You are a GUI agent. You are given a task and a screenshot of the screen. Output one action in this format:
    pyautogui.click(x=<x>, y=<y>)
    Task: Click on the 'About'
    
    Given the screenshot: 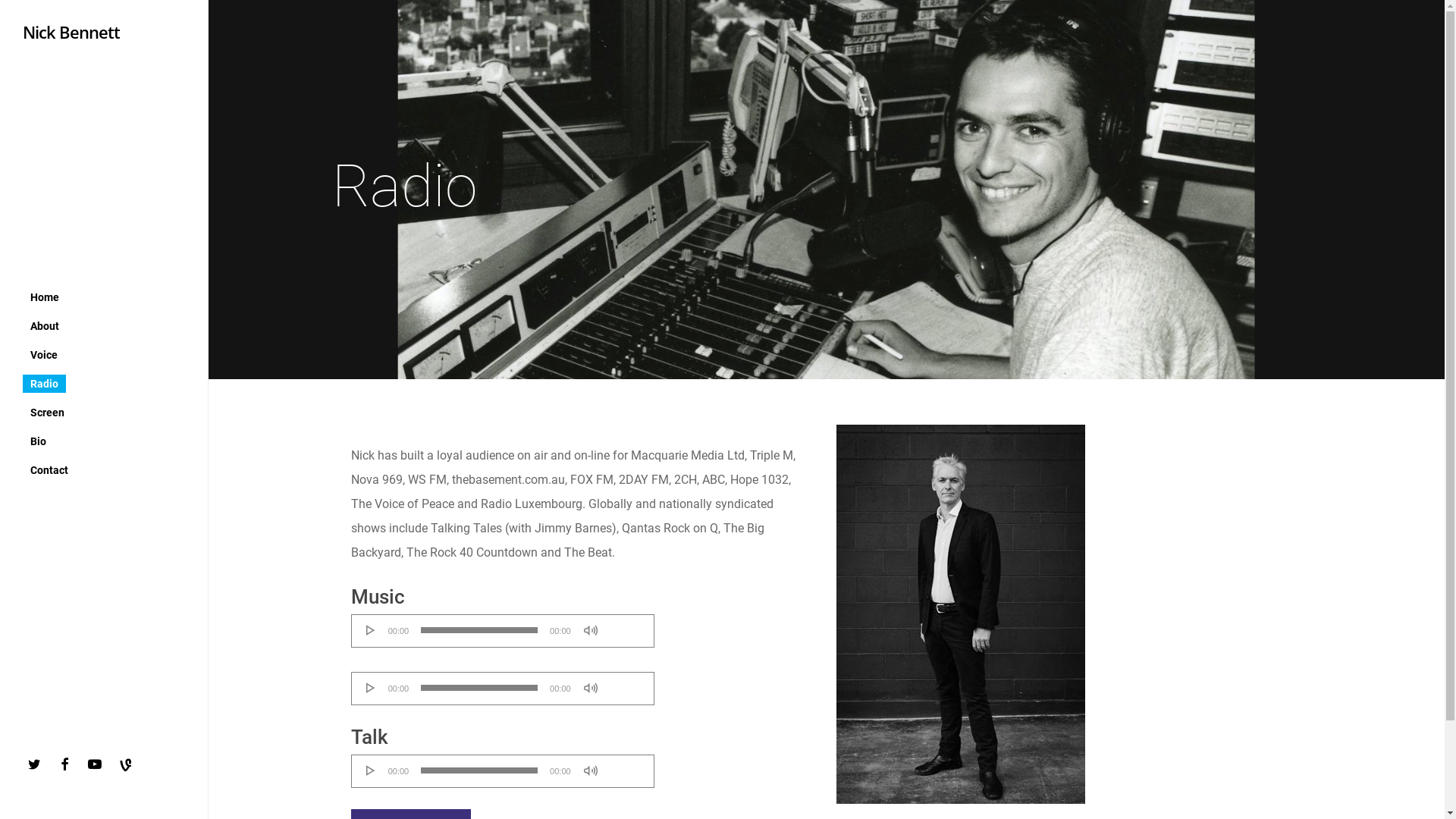 What is the action you would take?
    pyautogui.click(x=44, y=324)
    